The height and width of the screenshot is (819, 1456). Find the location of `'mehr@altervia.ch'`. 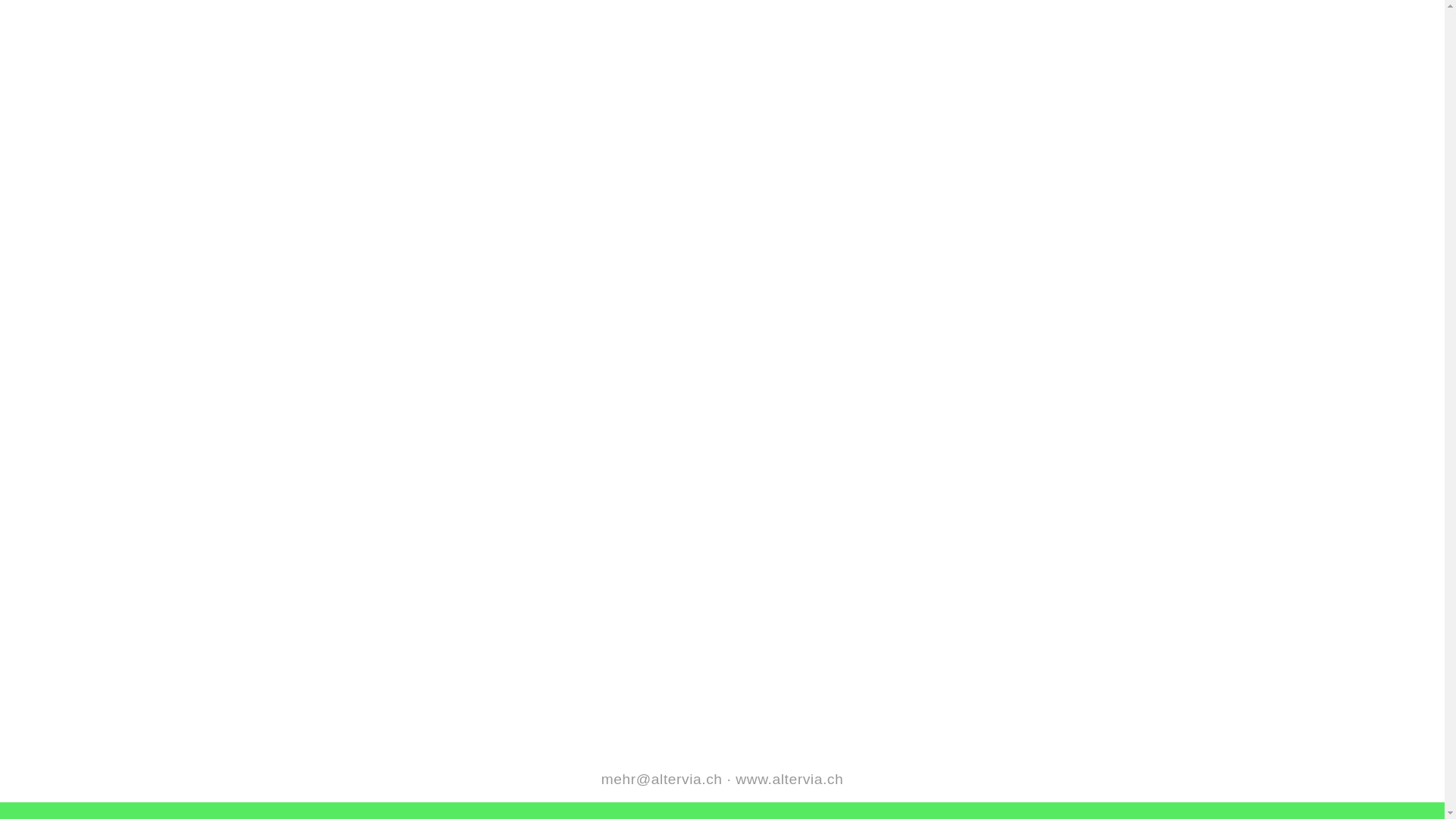

'mehr@altervia.ch' is located at coordinates (600, 779).